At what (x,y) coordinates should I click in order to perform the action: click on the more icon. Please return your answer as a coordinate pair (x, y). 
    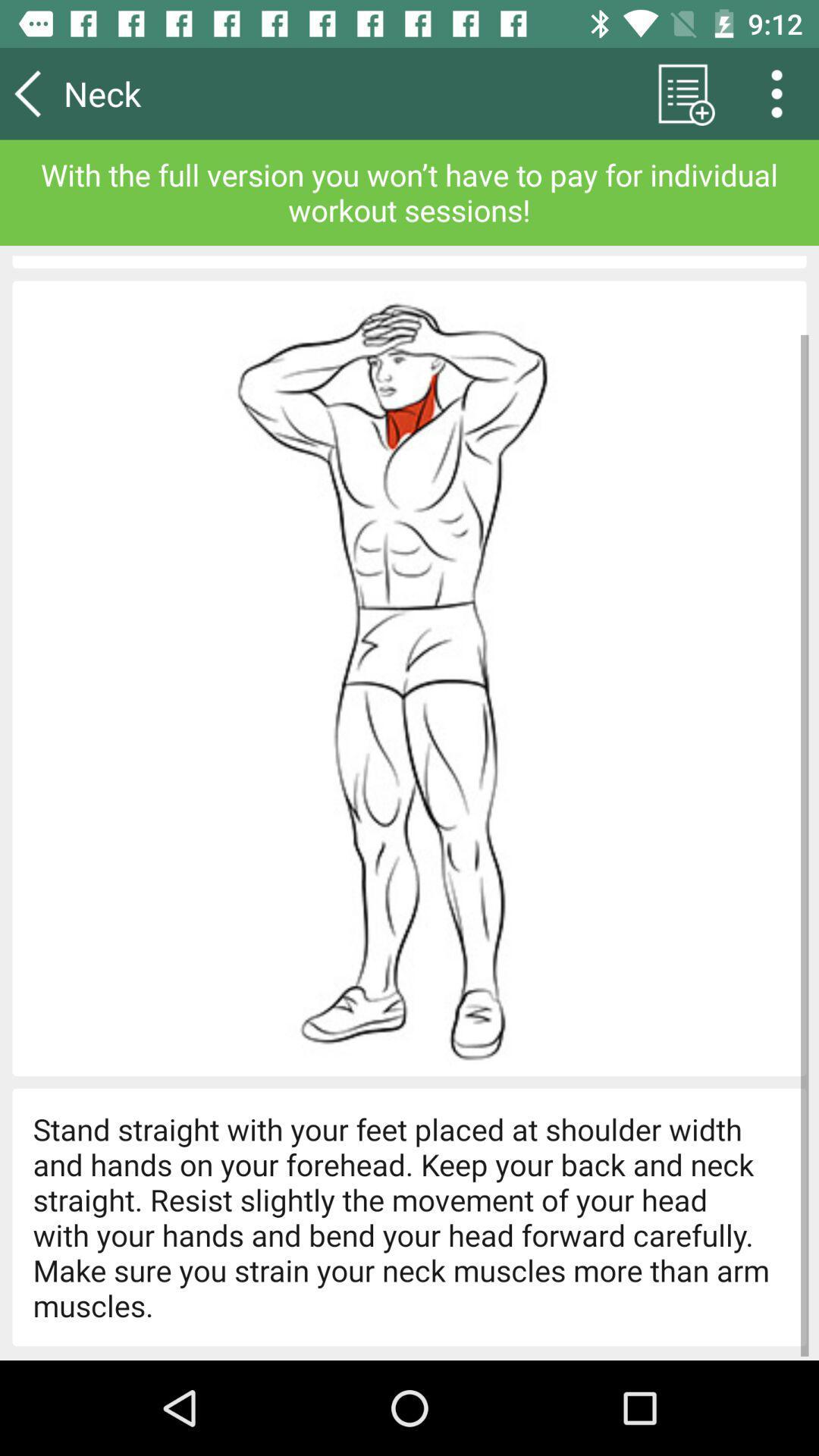
    Looking at the image, I should click on (782, 93).